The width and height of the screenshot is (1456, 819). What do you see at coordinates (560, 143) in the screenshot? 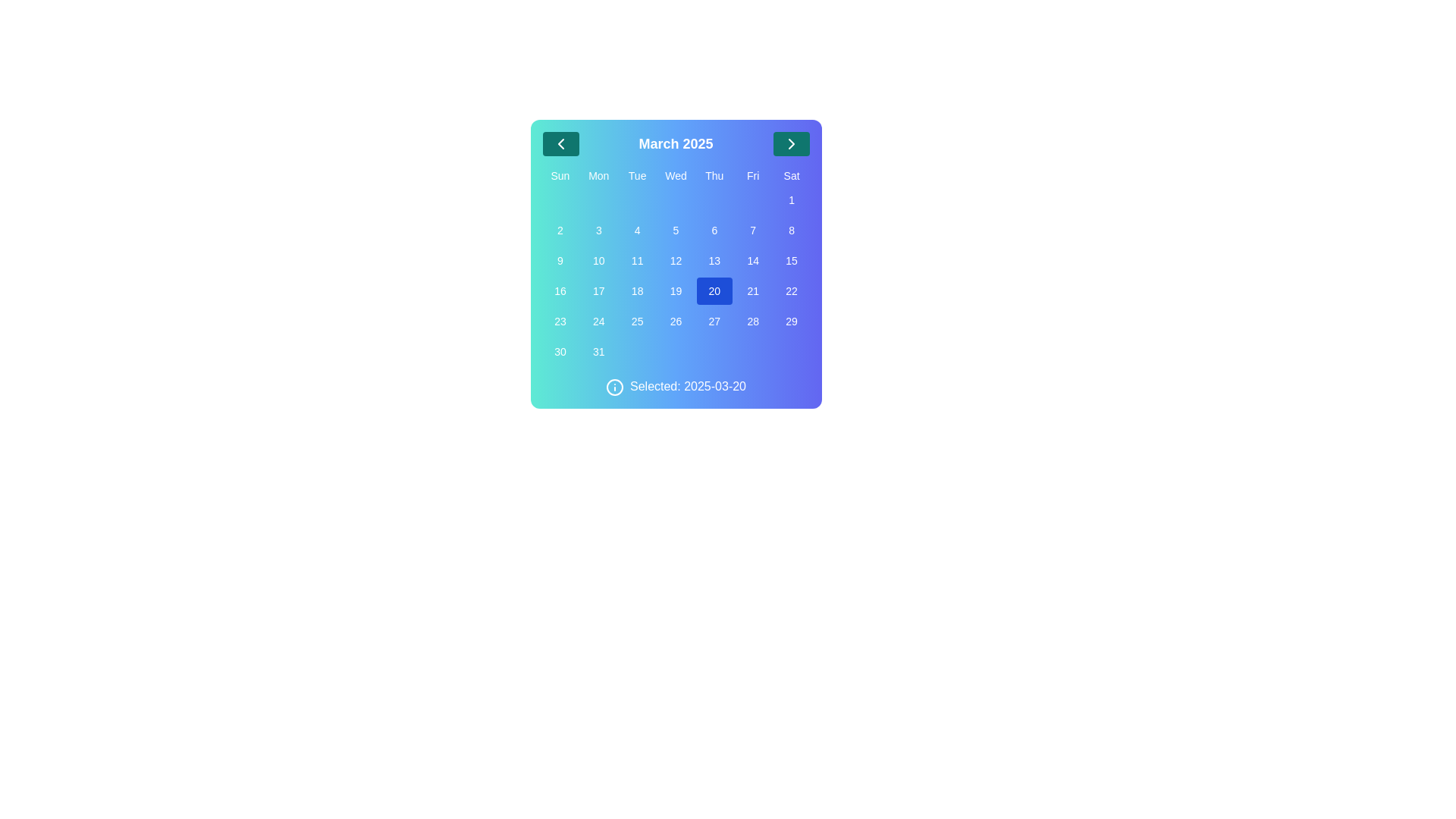
I see `the left-arrow icon button located in the top-left corner of the calendar header for accessibility navigation` at bounding box center [560, 143].